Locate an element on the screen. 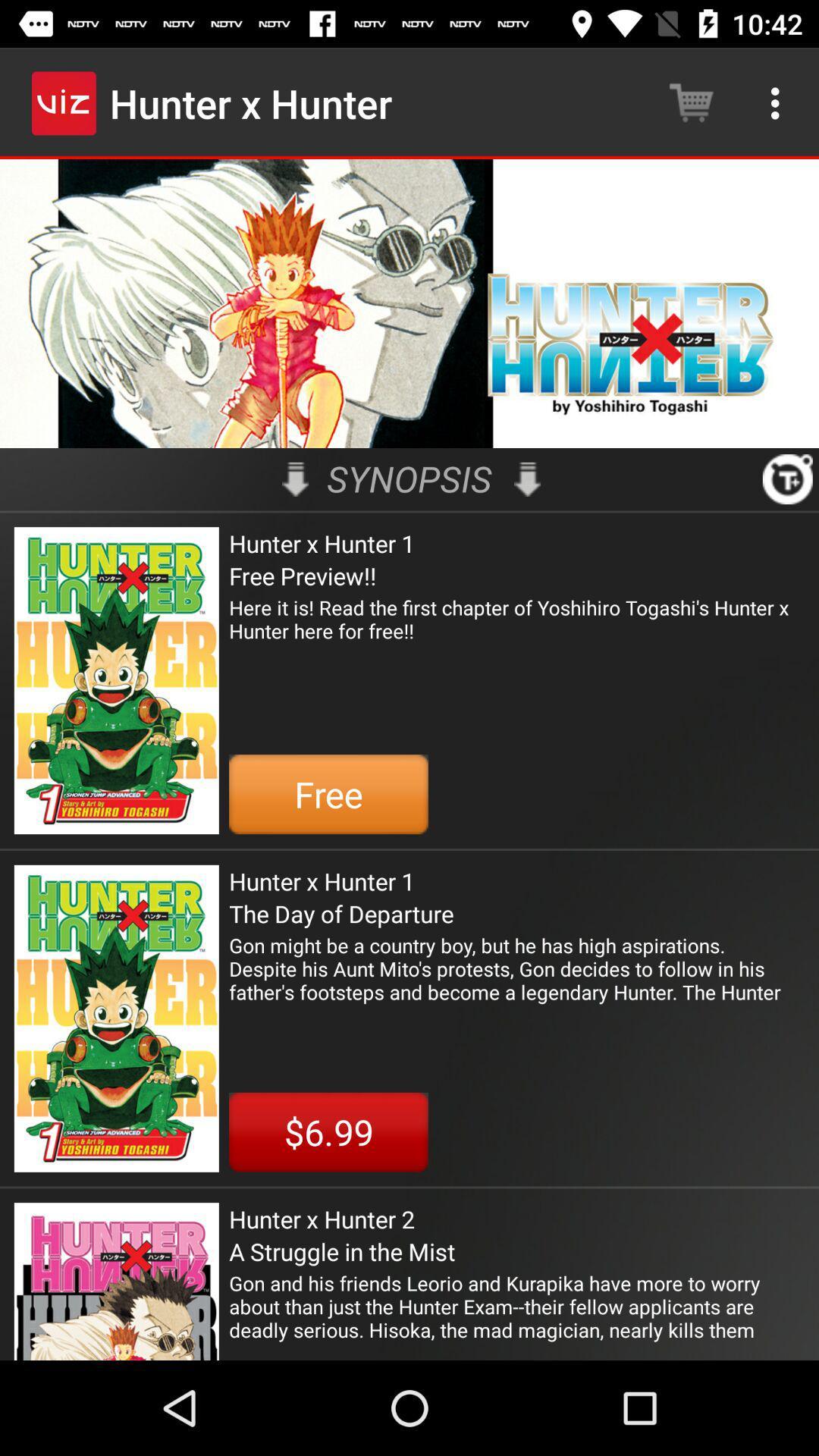 The width and height of the screenshot is (819, 1456). here it is icon is located at coordinates (516, 631).